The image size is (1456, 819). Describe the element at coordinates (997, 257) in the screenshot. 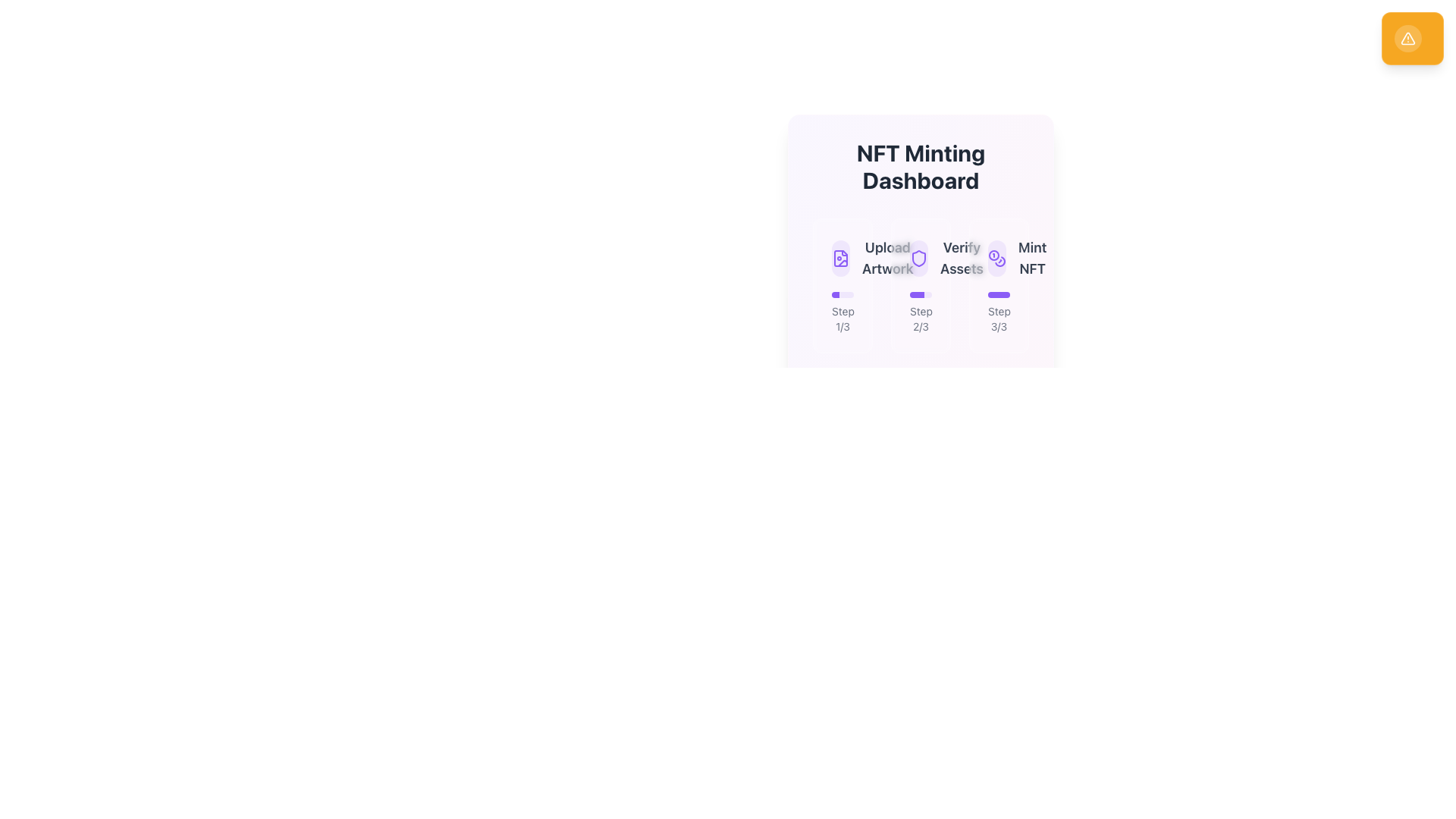

I see `the circular violet icon with stacked coins inside, located in the third position labeled 'Mint NFT'` at that location.